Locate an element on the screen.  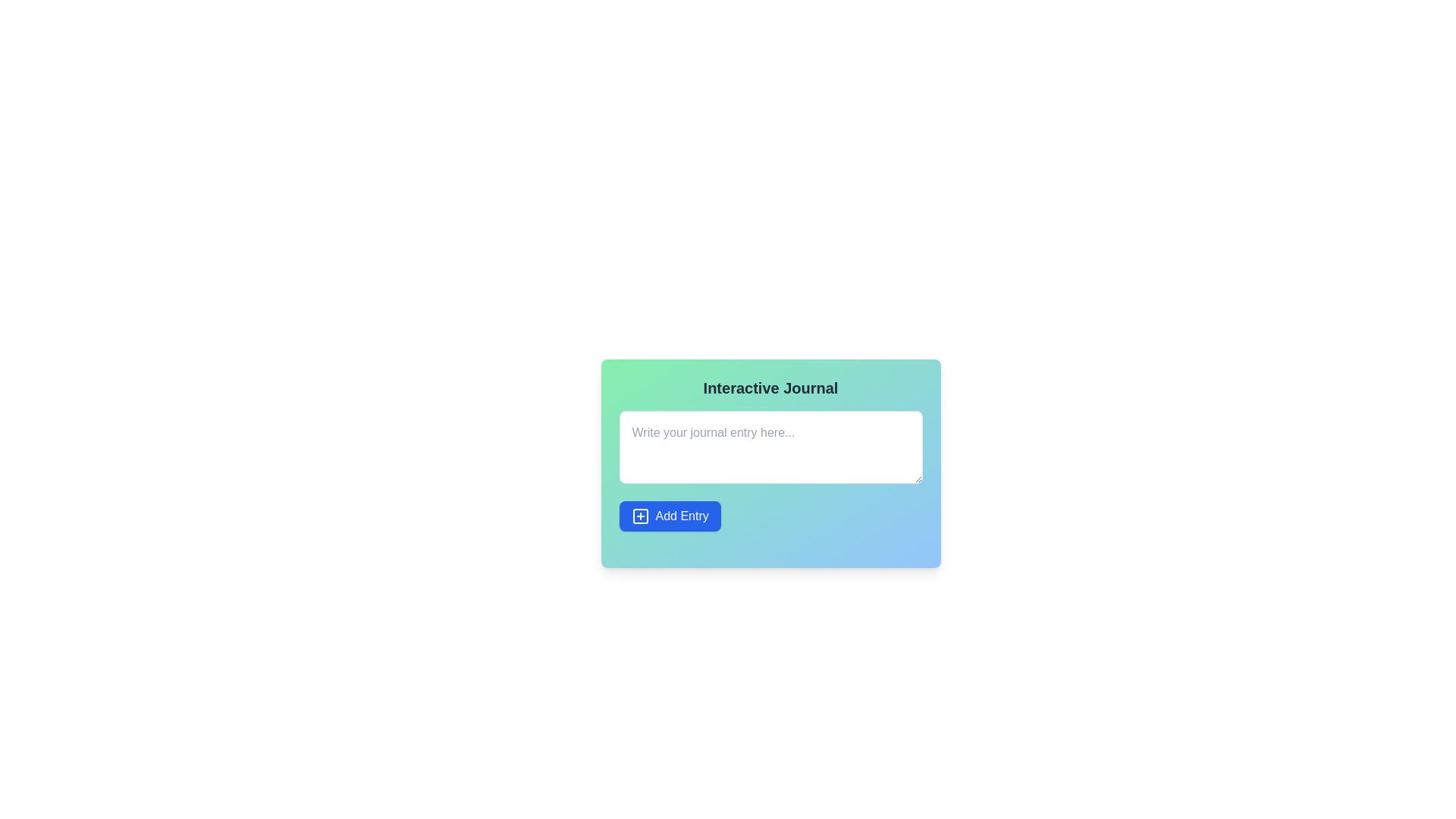
the decorative or informative icon located inside the blue 'Add Entry' button beneath the input text box labeled 'Write your journal entry here...' is located at coordinates (640, 516).